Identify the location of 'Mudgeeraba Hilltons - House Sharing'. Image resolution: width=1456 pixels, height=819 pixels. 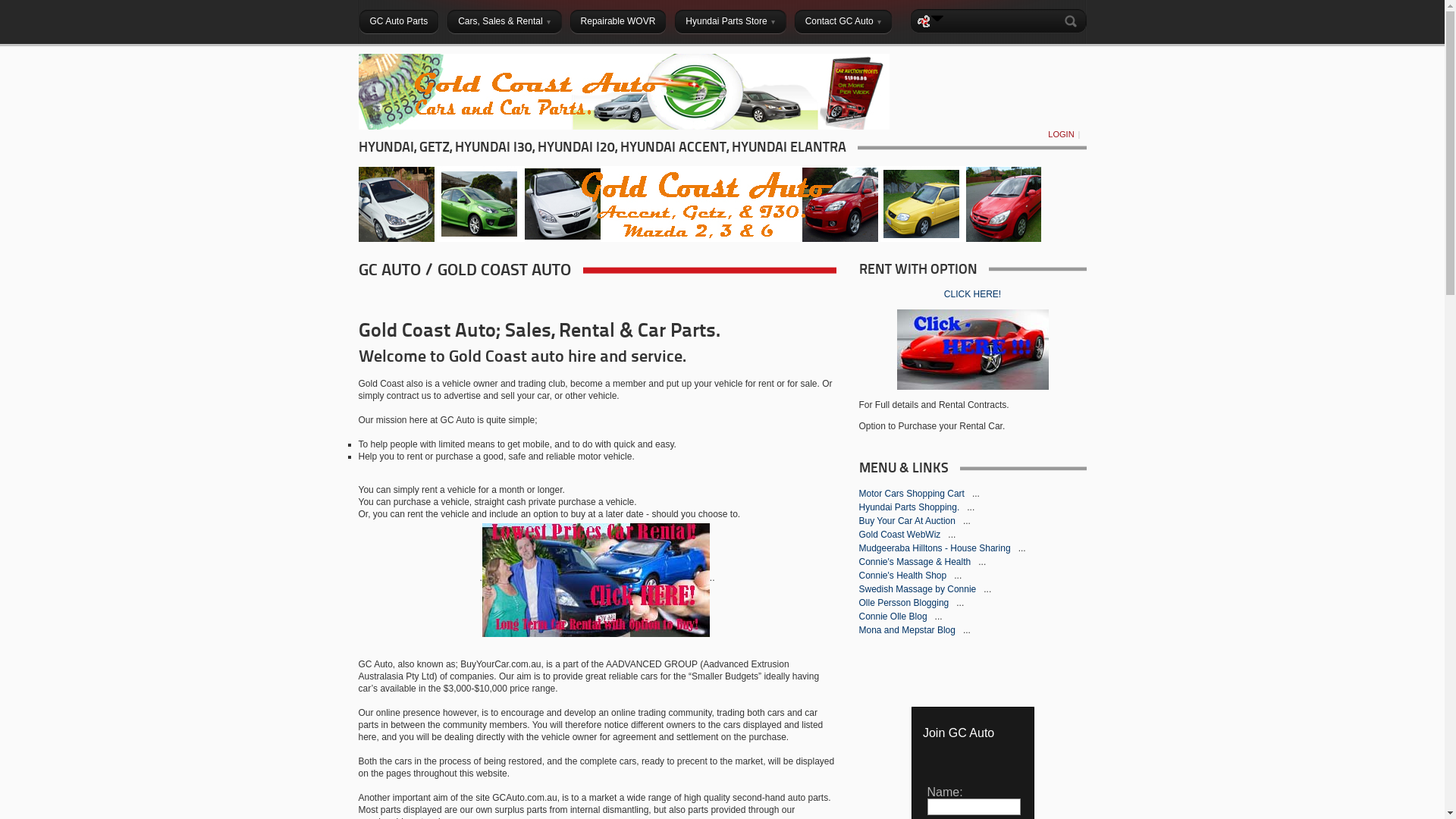
(934, 548).